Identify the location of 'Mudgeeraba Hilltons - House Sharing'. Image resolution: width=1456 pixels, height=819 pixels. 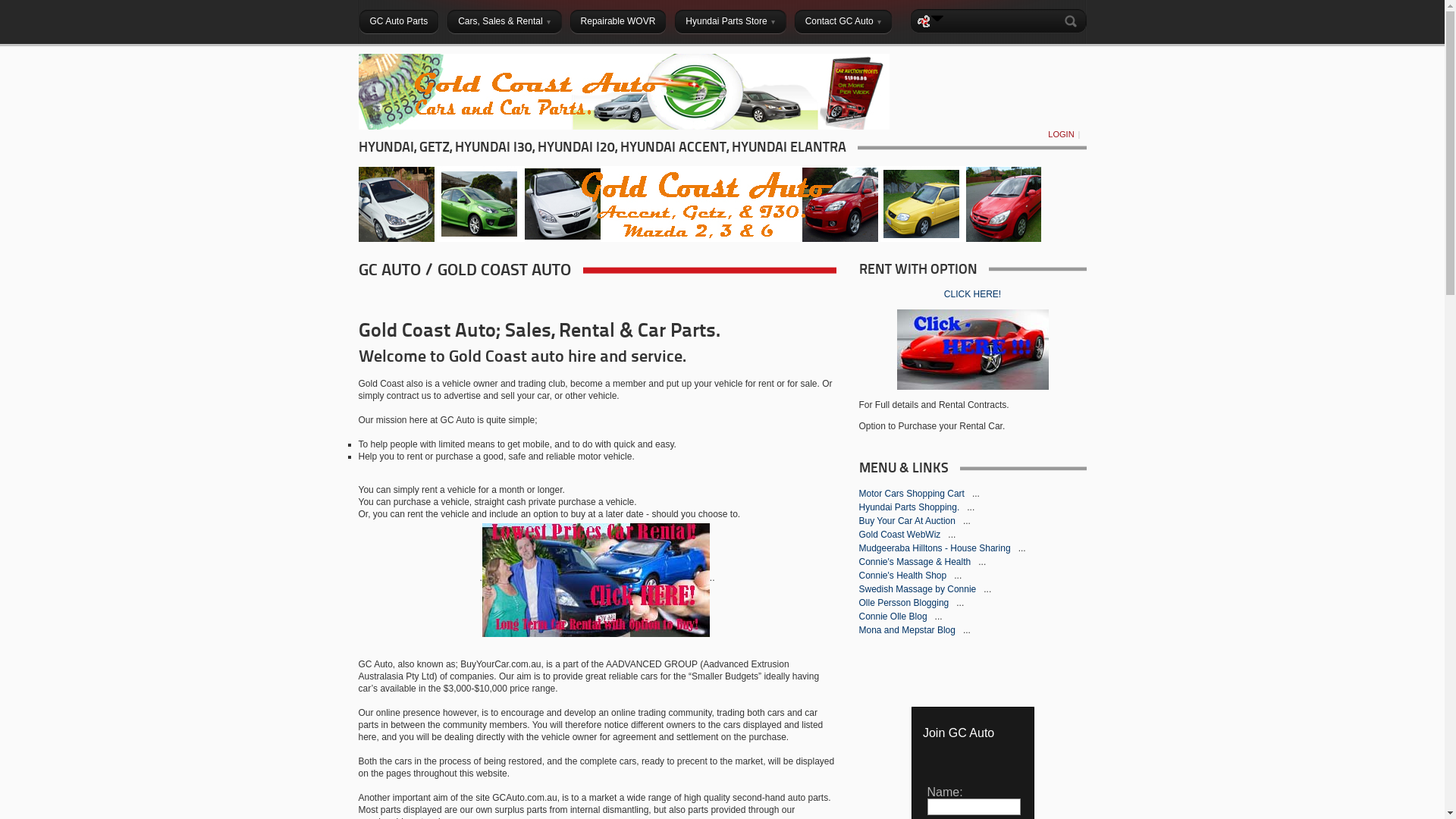
(934, 548).